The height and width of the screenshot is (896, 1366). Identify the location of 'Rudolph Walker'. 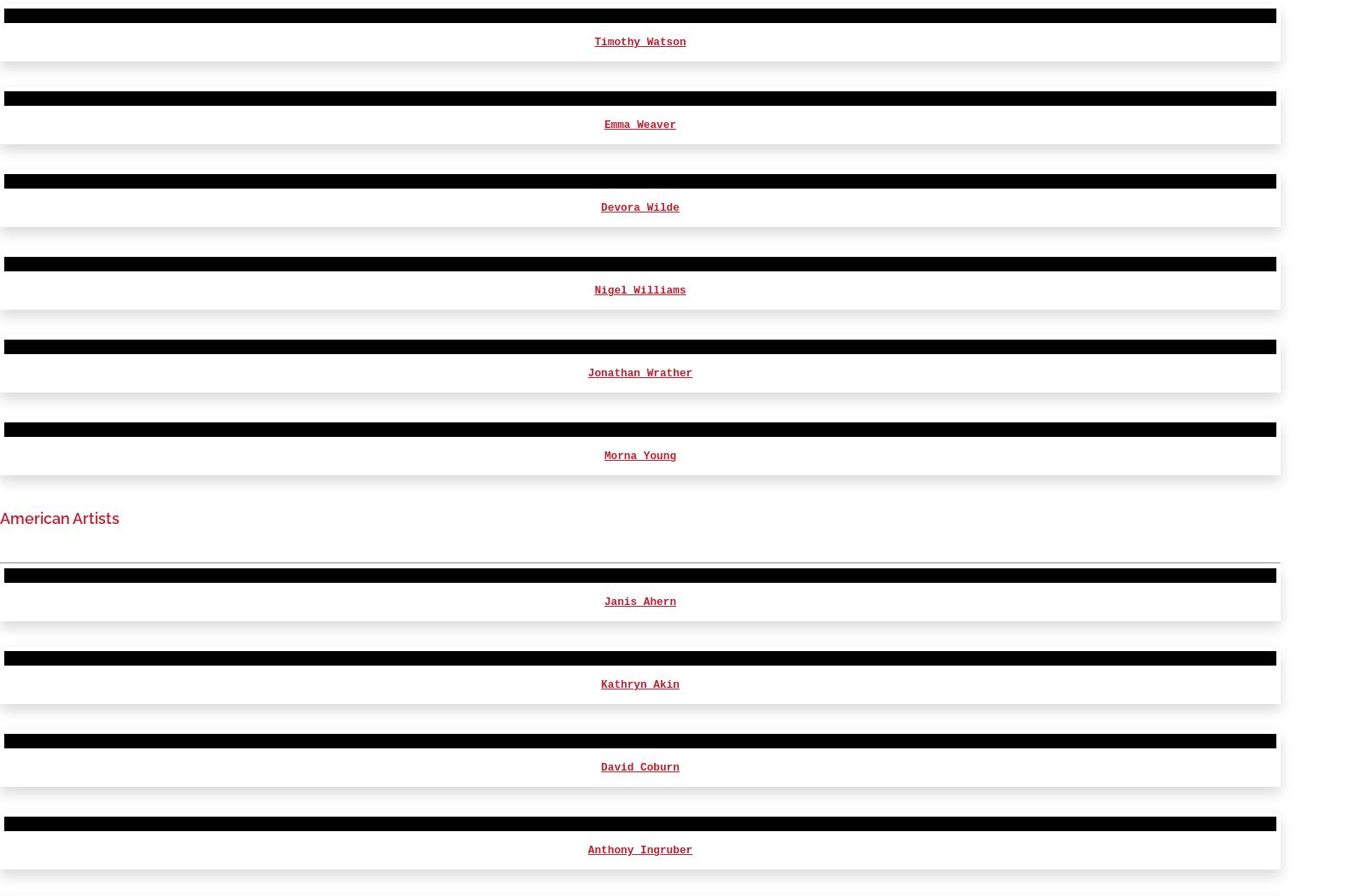
(594, 656).